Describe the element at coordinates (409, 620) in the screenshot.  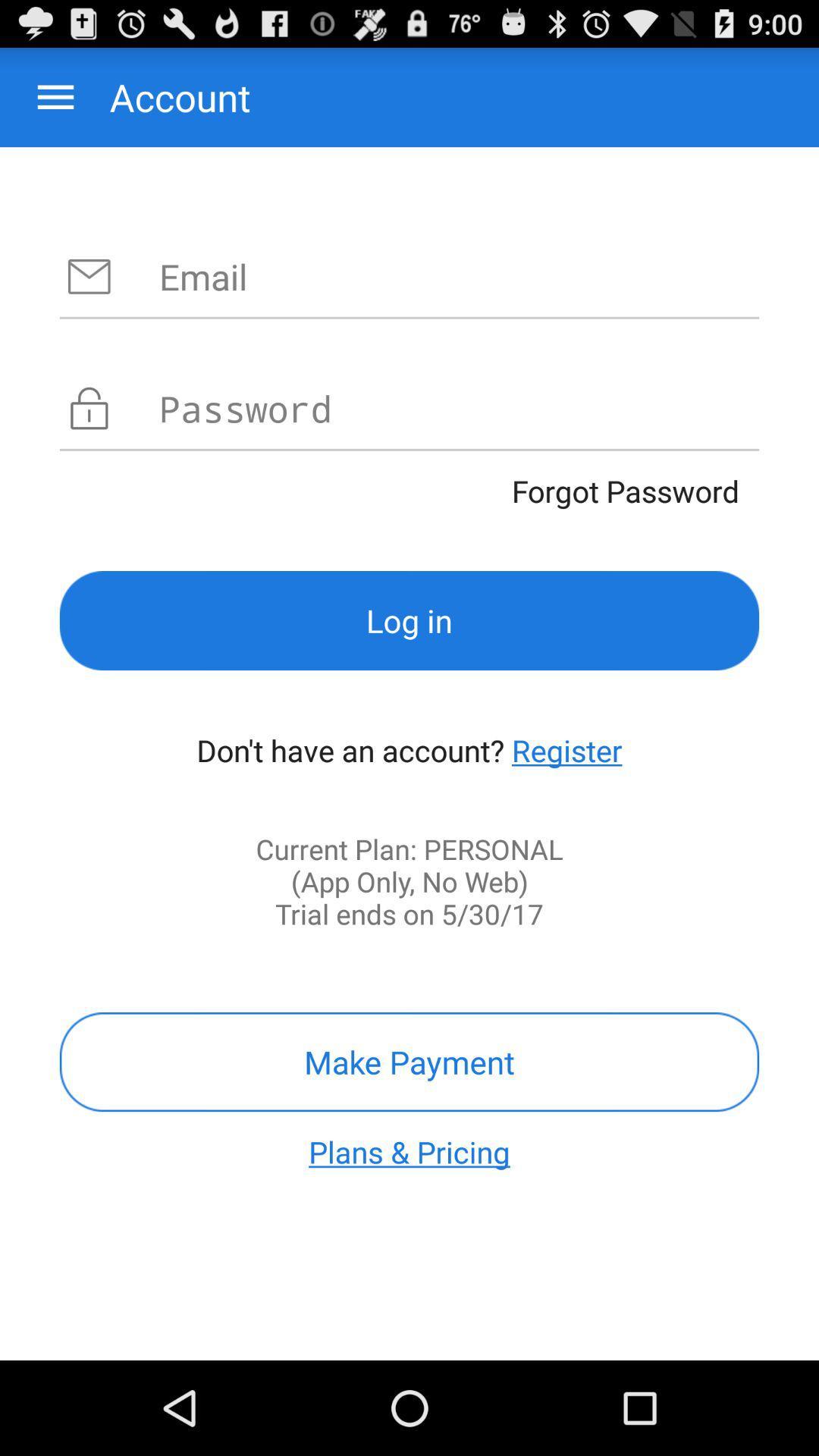
I see `the icon above the don t have item` at that location.